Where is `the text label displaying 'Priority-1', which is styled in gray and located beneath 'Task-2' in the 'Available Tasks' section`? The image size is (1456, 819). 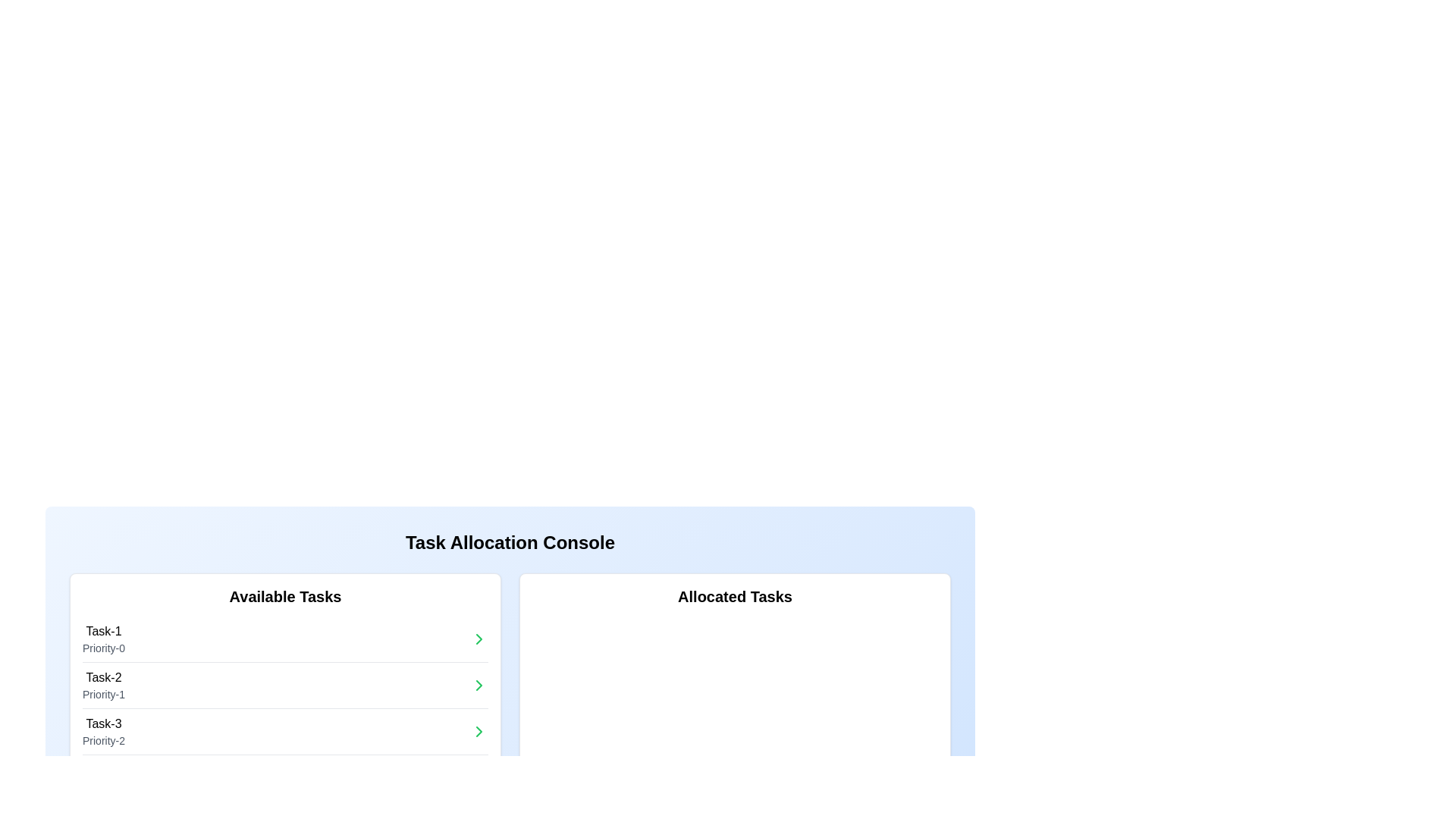
the text label displaying 'Priority-1', which is styled in gray and located beneath 'Task-2' in the 'Available Tasks' section is located at coordinates (103, 694).